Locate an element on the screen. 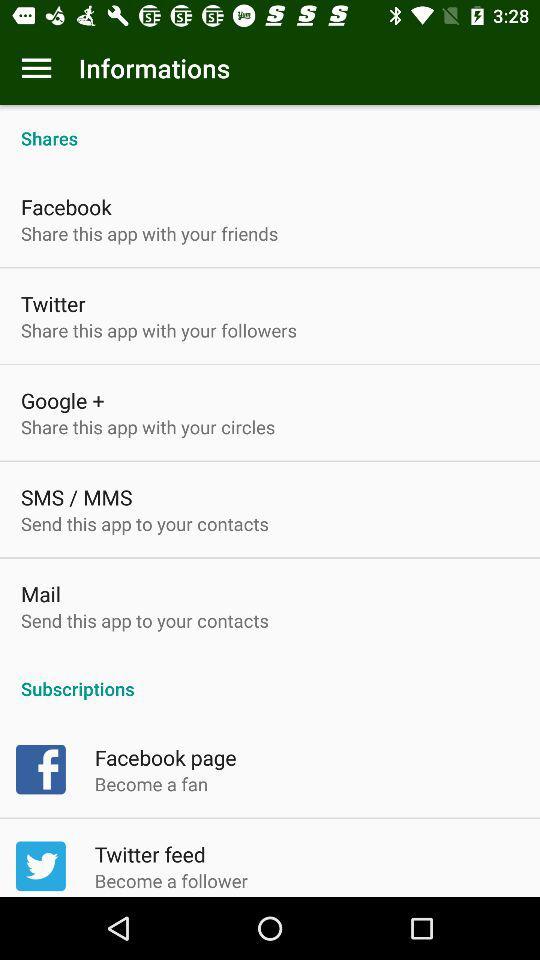  subscriptions icon is located at coordinates (270, 678).